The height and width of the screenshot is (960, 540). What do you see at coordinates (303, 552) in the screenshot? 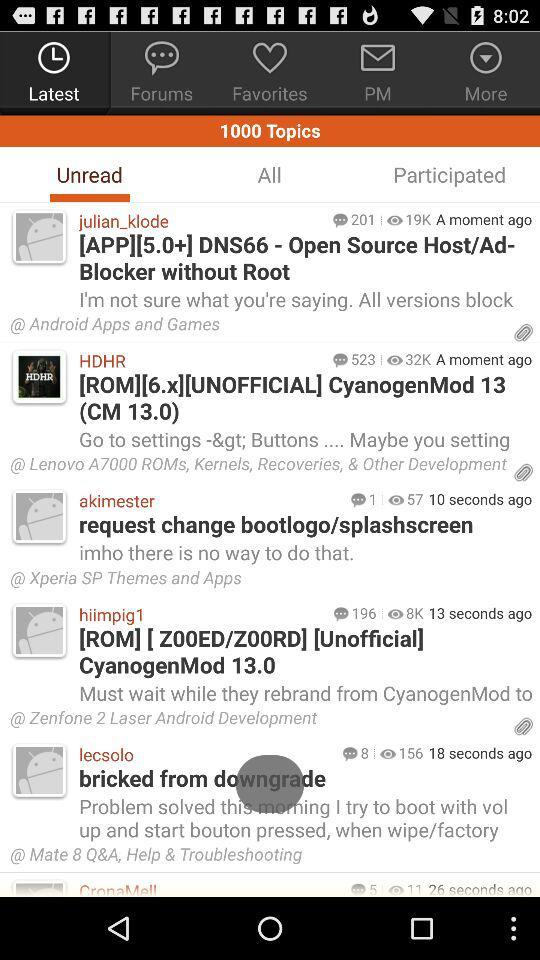
I see `the imho there is app` at bounding box center [303, 552].